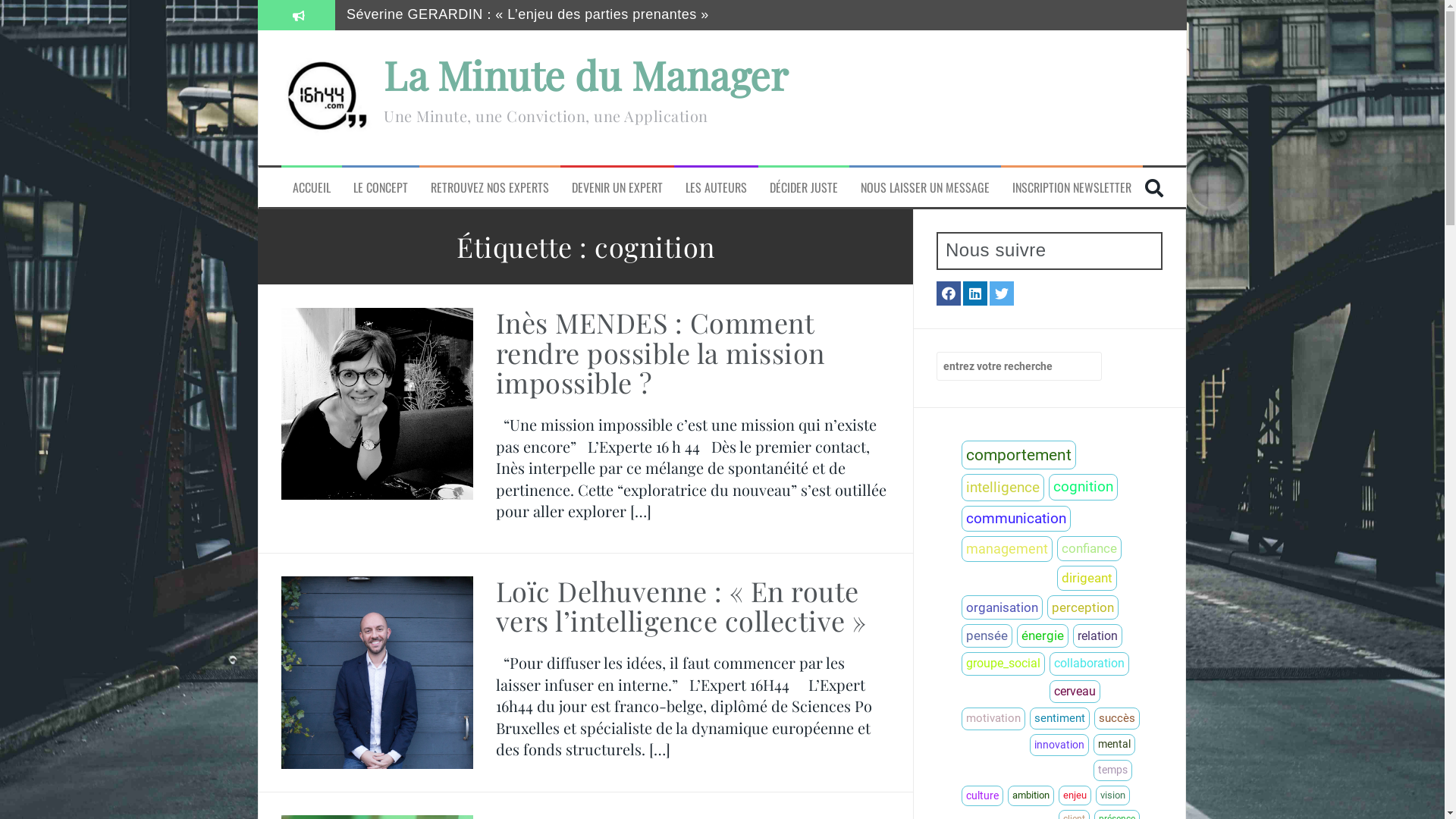 This screenshot has width=1456, height=819. Describe the element at coordinates (1082, 487) in the screenshot. I see `'cognition'` at that location.